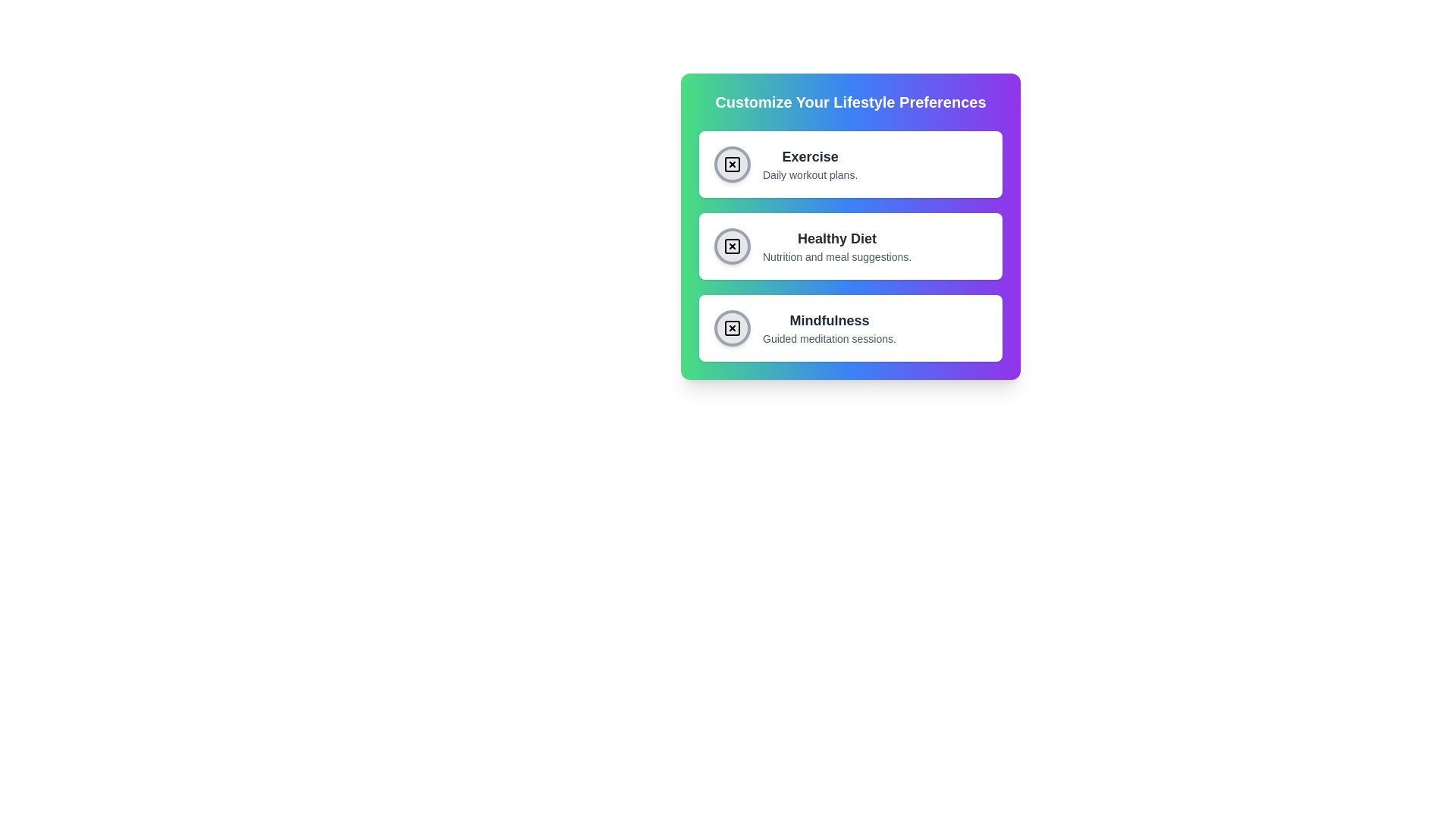  I want to click on the remove icon located to the left of the 'Exercise' row within the button-like component, so click(732, 164).